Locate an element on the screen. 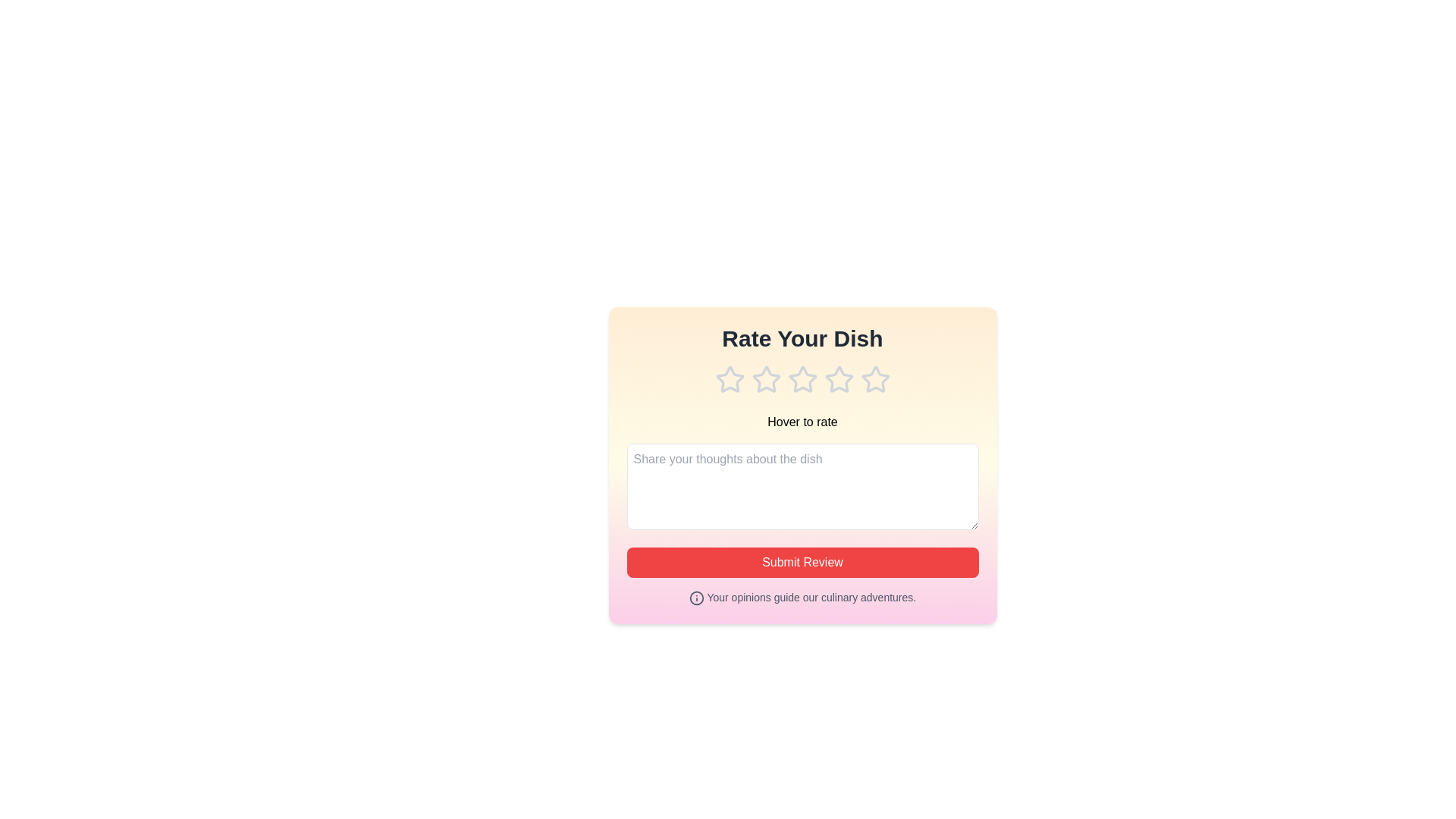 Image resolution: width=1456 pixels, height=819 pixels. the star corresponding to 2 to preview the rating is located at coordinates (766, 379).